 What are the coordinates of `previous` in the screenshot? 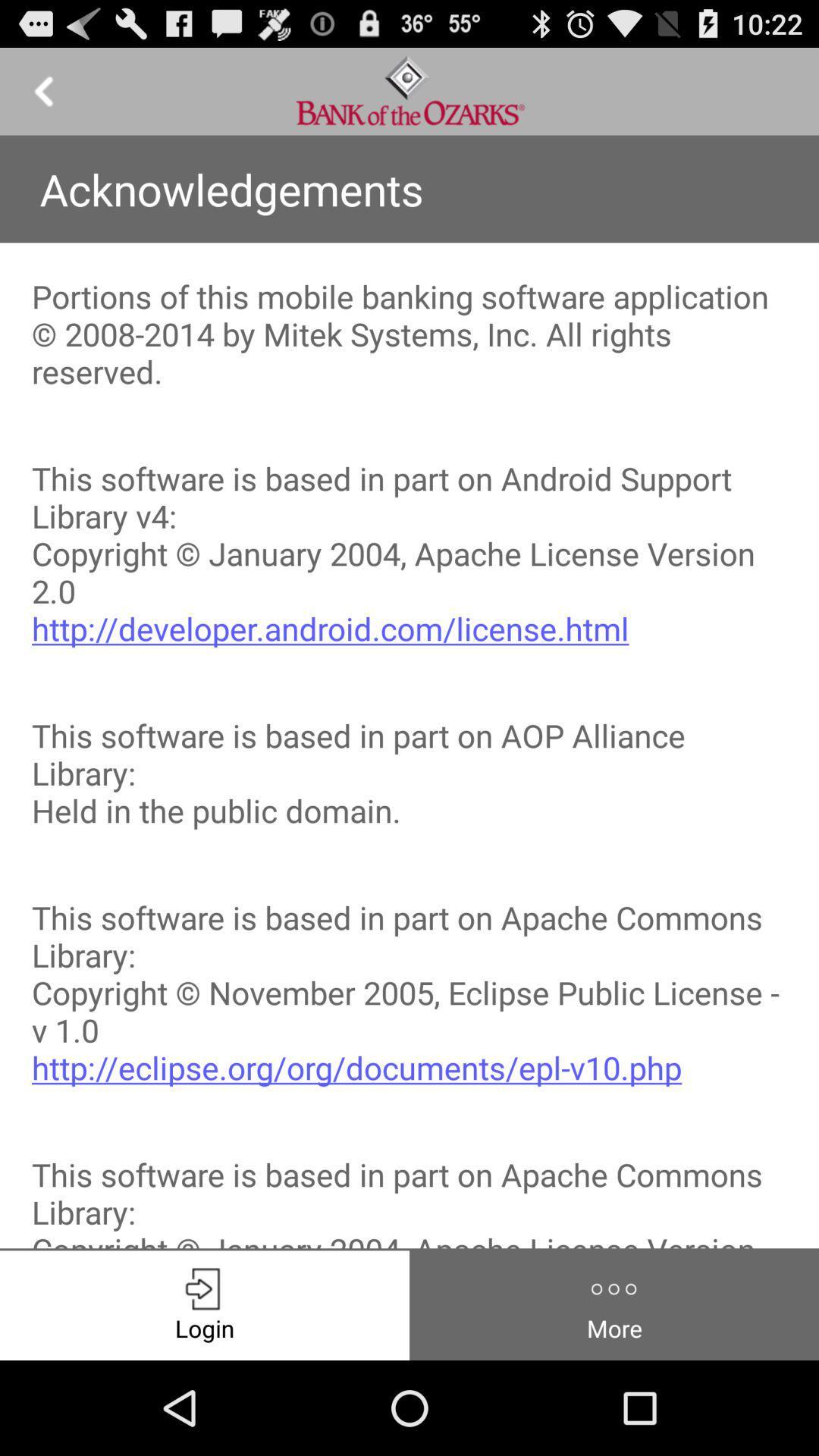 It's located at (42, 90).